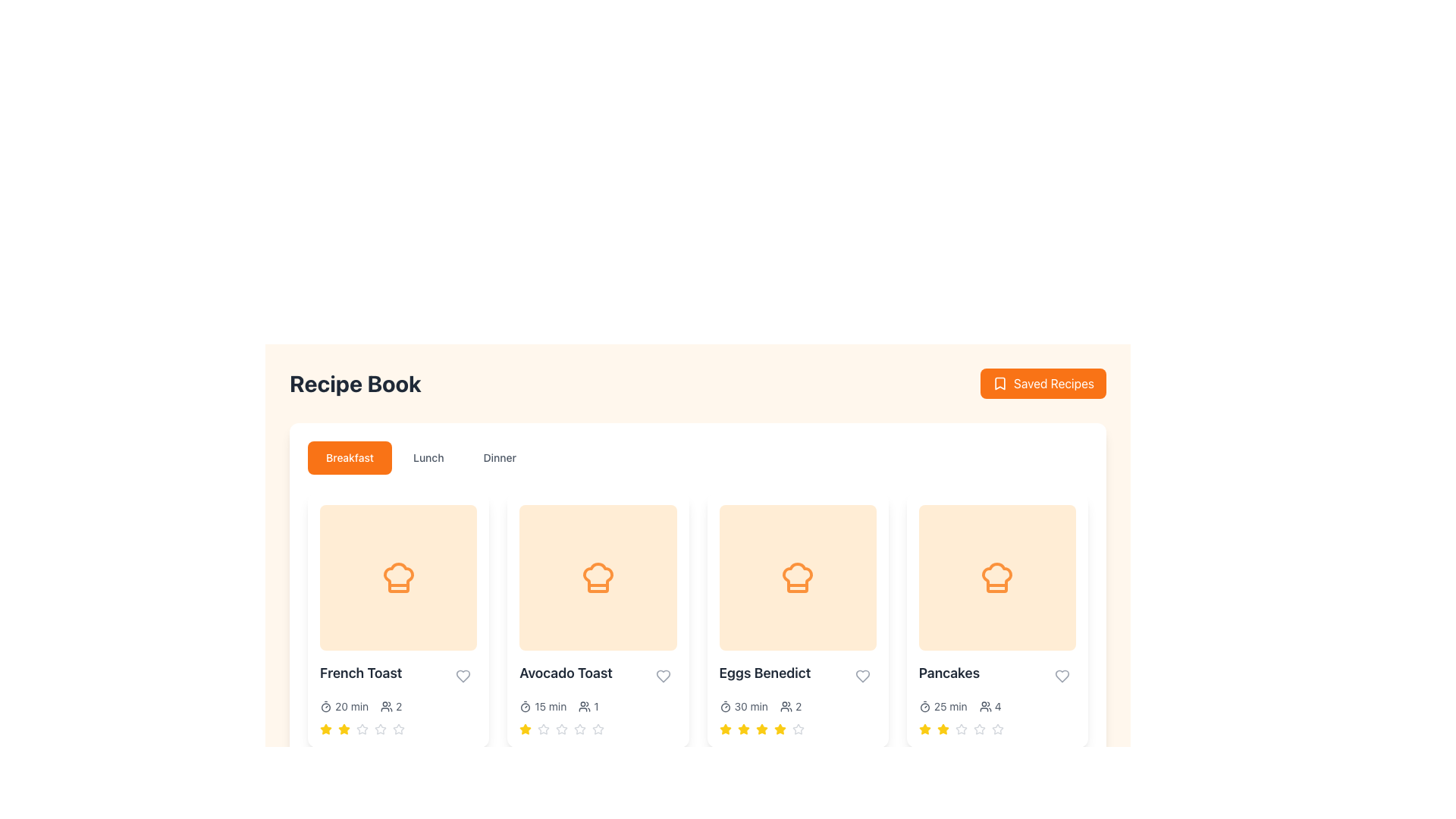 Image resolution: width=1456 pixels, height=819 pixels. What do you see at coordinates (1000, 382) in the screenshot?
I see `the small white bookmark icon located within the 'Saved Recipes' button, which has an orange background and is positioned to the left of the text 'Saved Recipes'` at bounding box center [1000, 382].